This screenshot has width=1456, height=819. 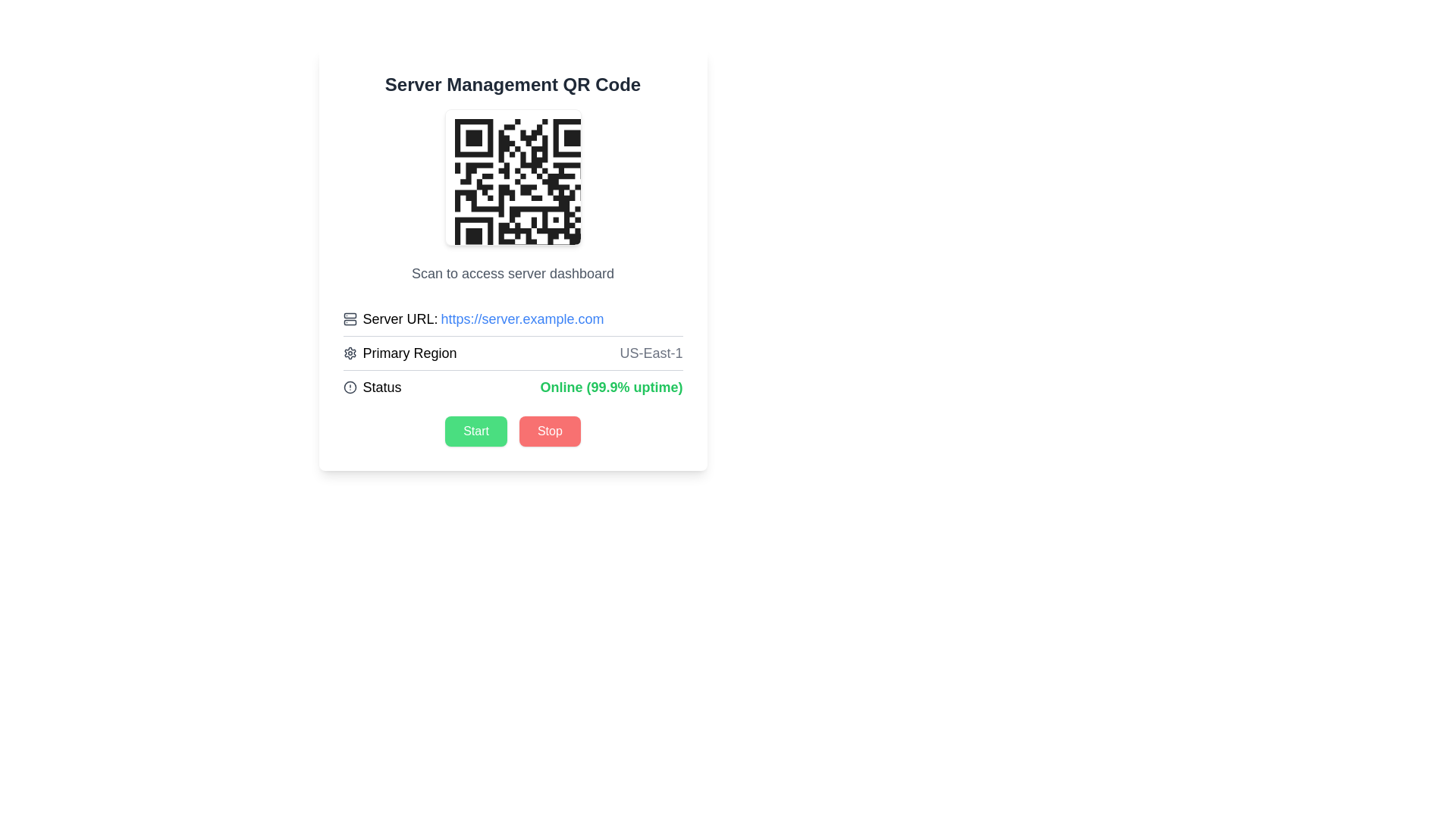 What do you see at coordinates (349, 318) in the screenshot?
I see `the server icon located on the left side of the 'Server URL: https://server.example.com' row, which visually represents a server and is directly preceding the text 'Server URL'` at bounding box center [349, 318].